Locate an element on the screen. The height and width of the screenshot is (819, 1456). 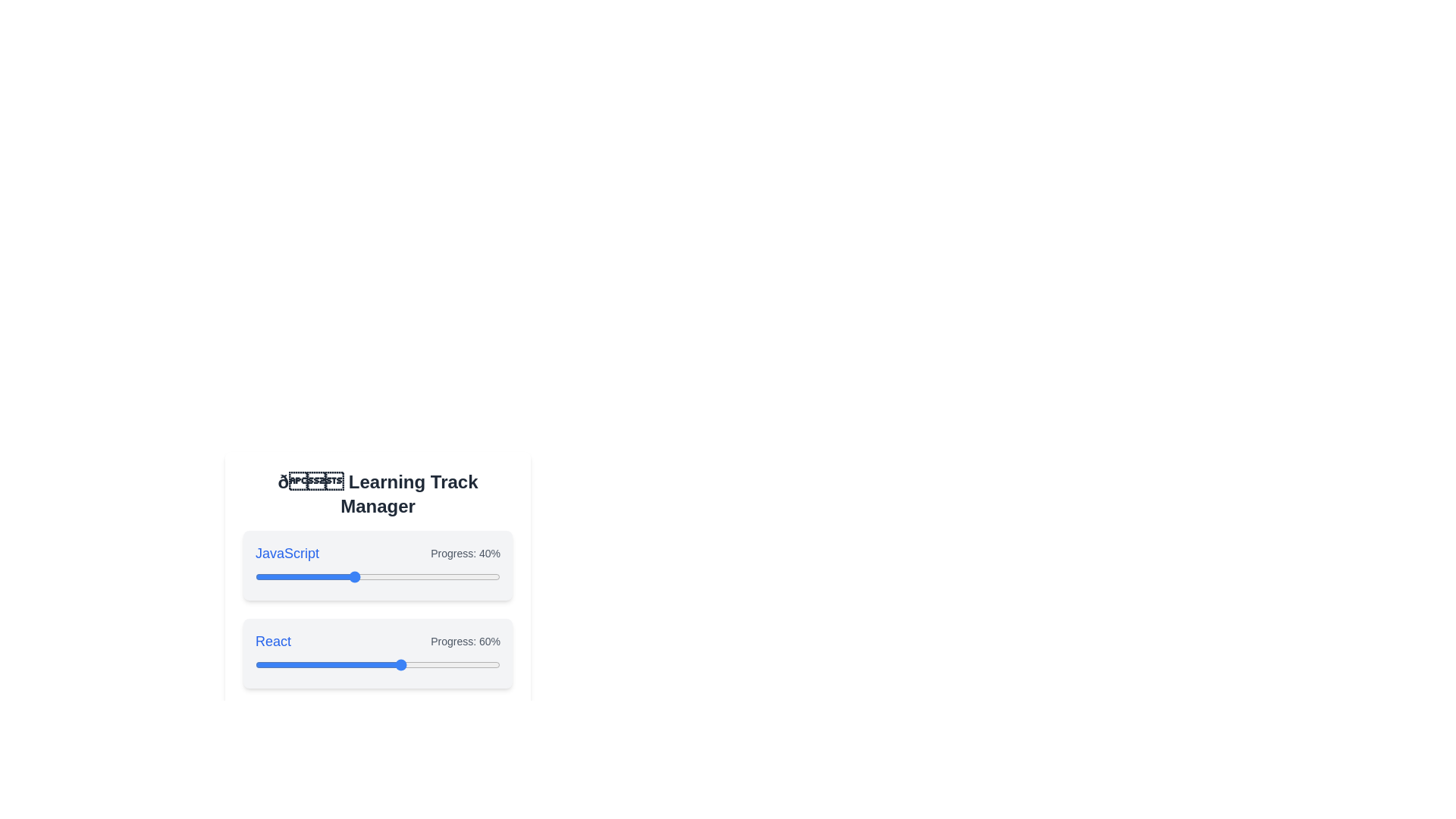
the progress for 'JavaScript' track is located at coordinates (350, 576).